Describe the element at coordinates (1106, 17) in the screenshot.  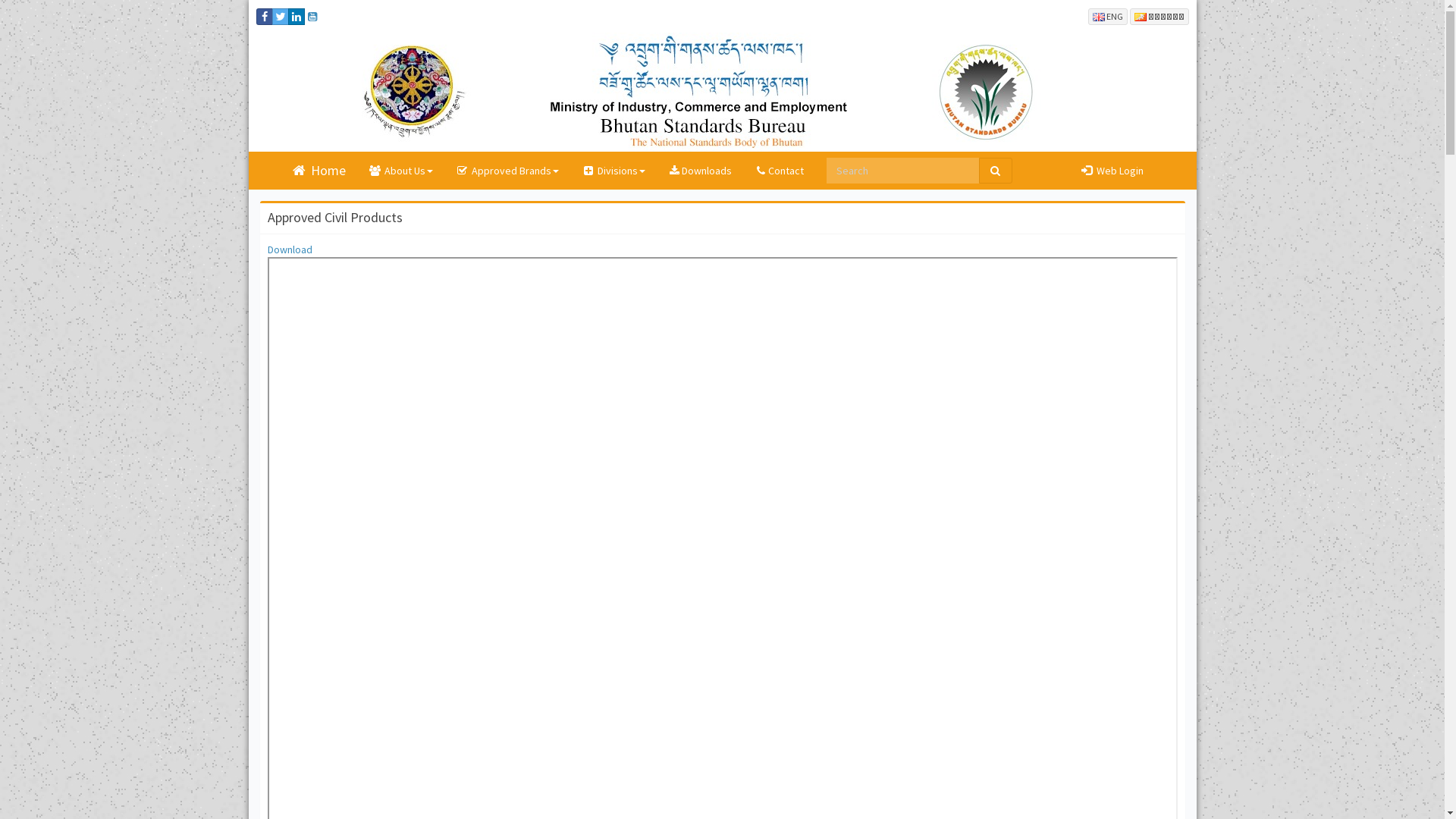
I see `'ENG'` at that location.